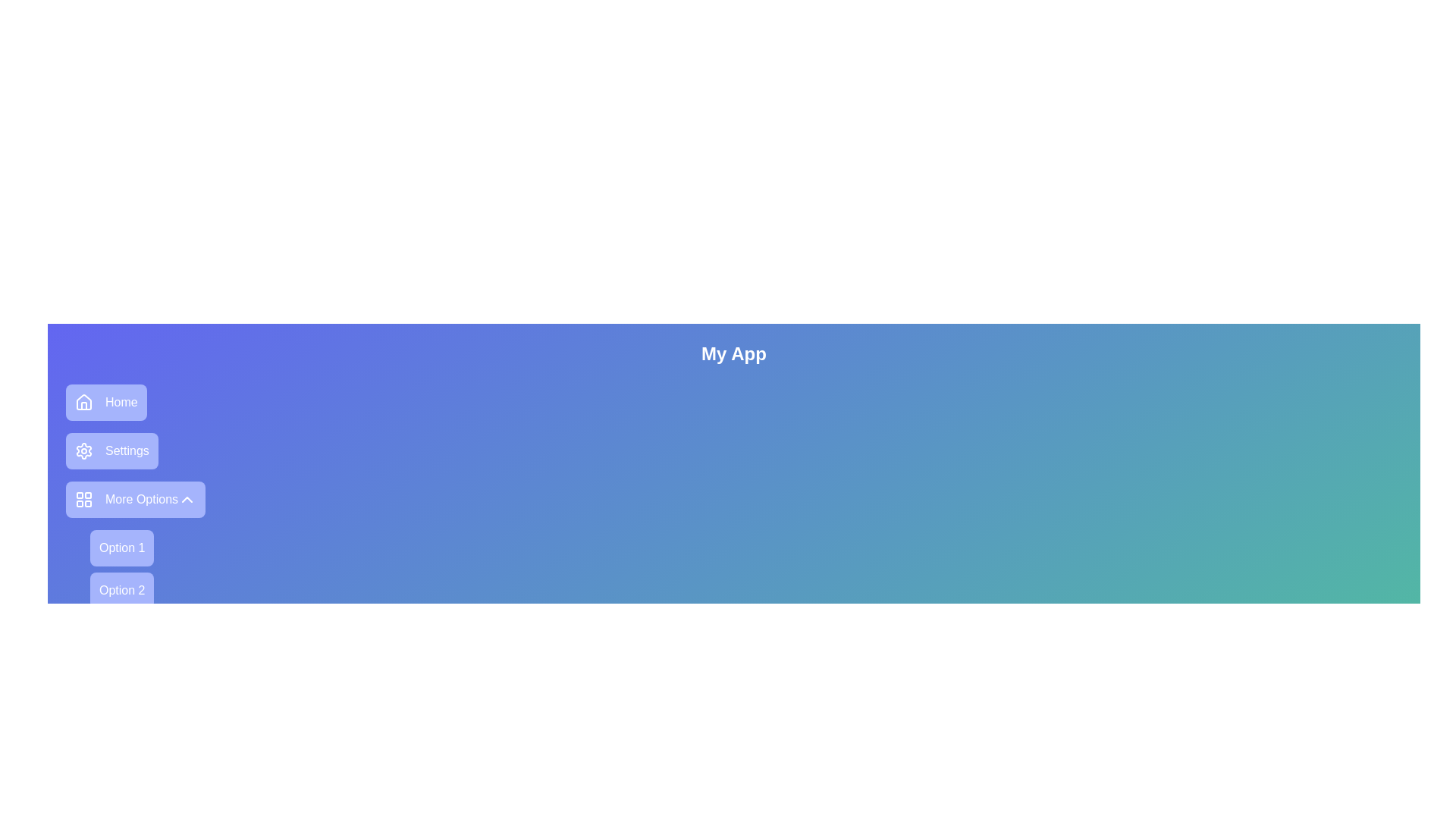 Image resolution: width=1456 pixels, height=819 pixels. I want to click on the settings button located in the left vertical navigation panel, positioned beneath the 'Home' button and above the 'More Options' button, so click(111, 450).